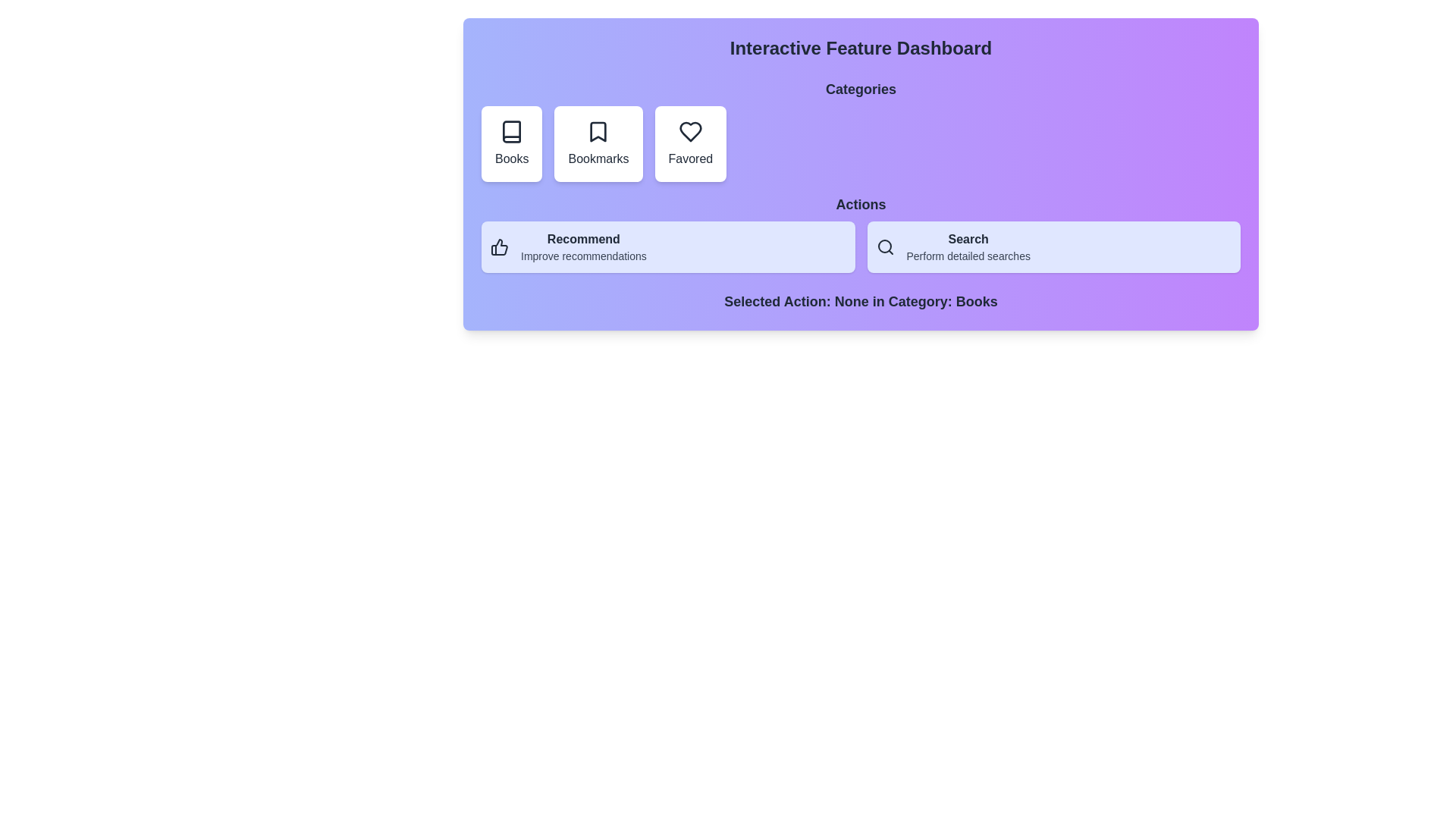 This screenshot has width=1456, height=819. What do you see at coordinates (499, 246) in the screenshot?
I see `the 'Recommendation' icon located inside the 'Recommend' action button, which is positioned on the left side of the button content, preceding the text 'Recommend'` at bounding box center [499, 246].